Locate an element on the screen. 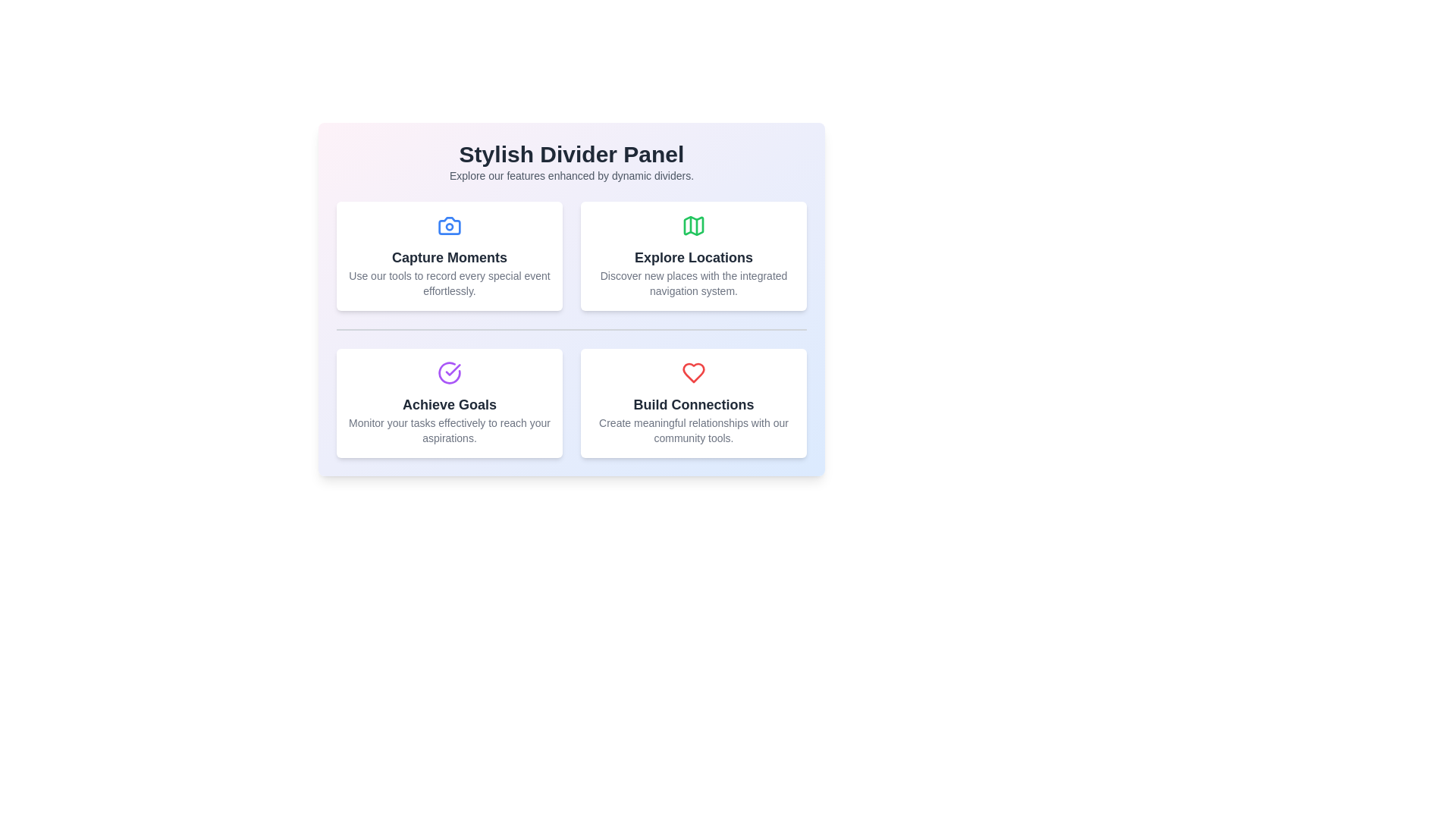 This screenshot has height=819, width=1456. the green vector-based map icon located in the 'Explore Locations' section, which is centered above the section title and description is located at coordinates (693, 225).